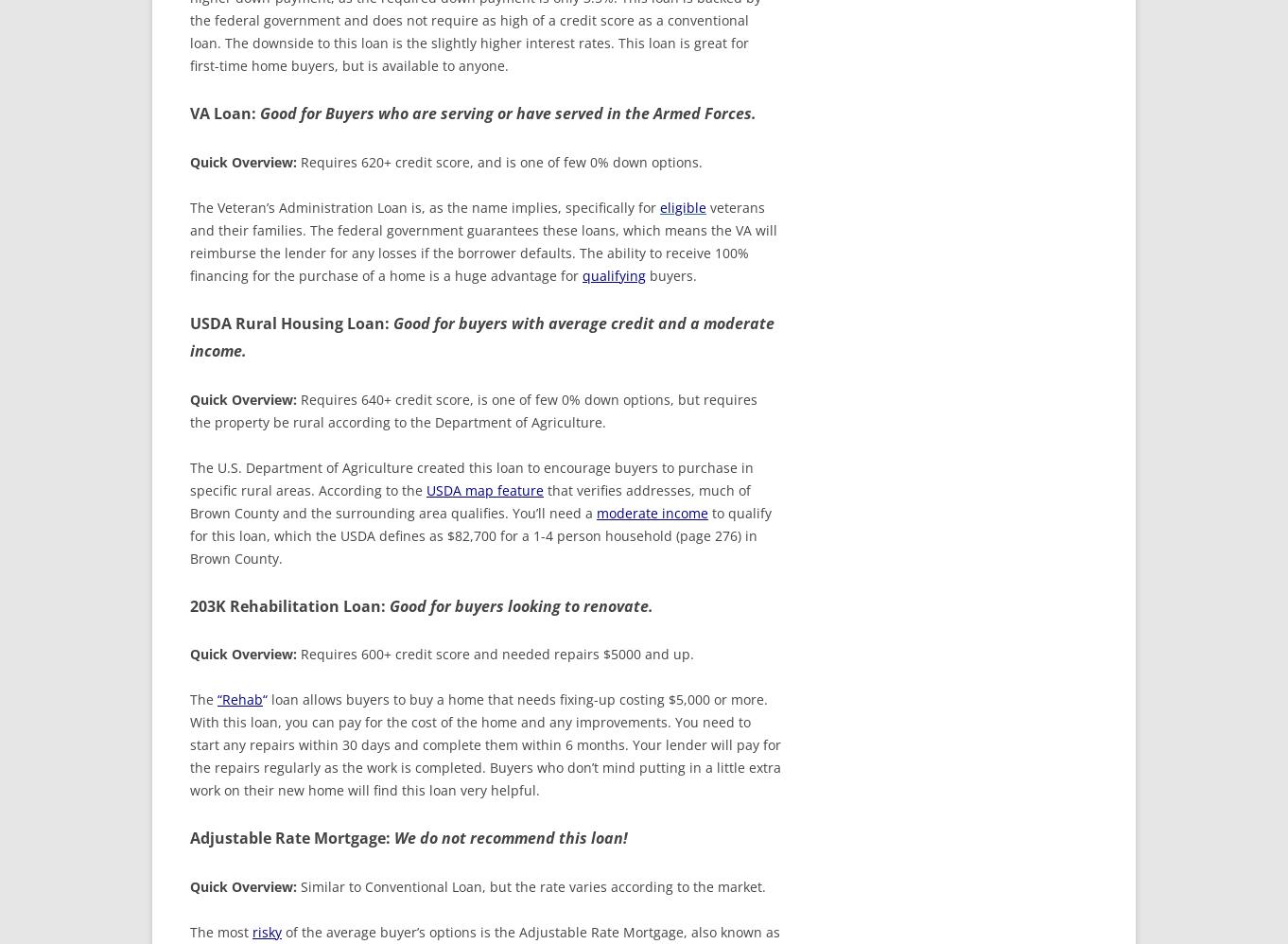 This screenshot has width=1288, height=944. Describe the element at coordinates (469, 500) in the screenshot. I see `'that verifies addresses, much of Brown County and the surrounding area qualifies. You’ll need a'` at that location.